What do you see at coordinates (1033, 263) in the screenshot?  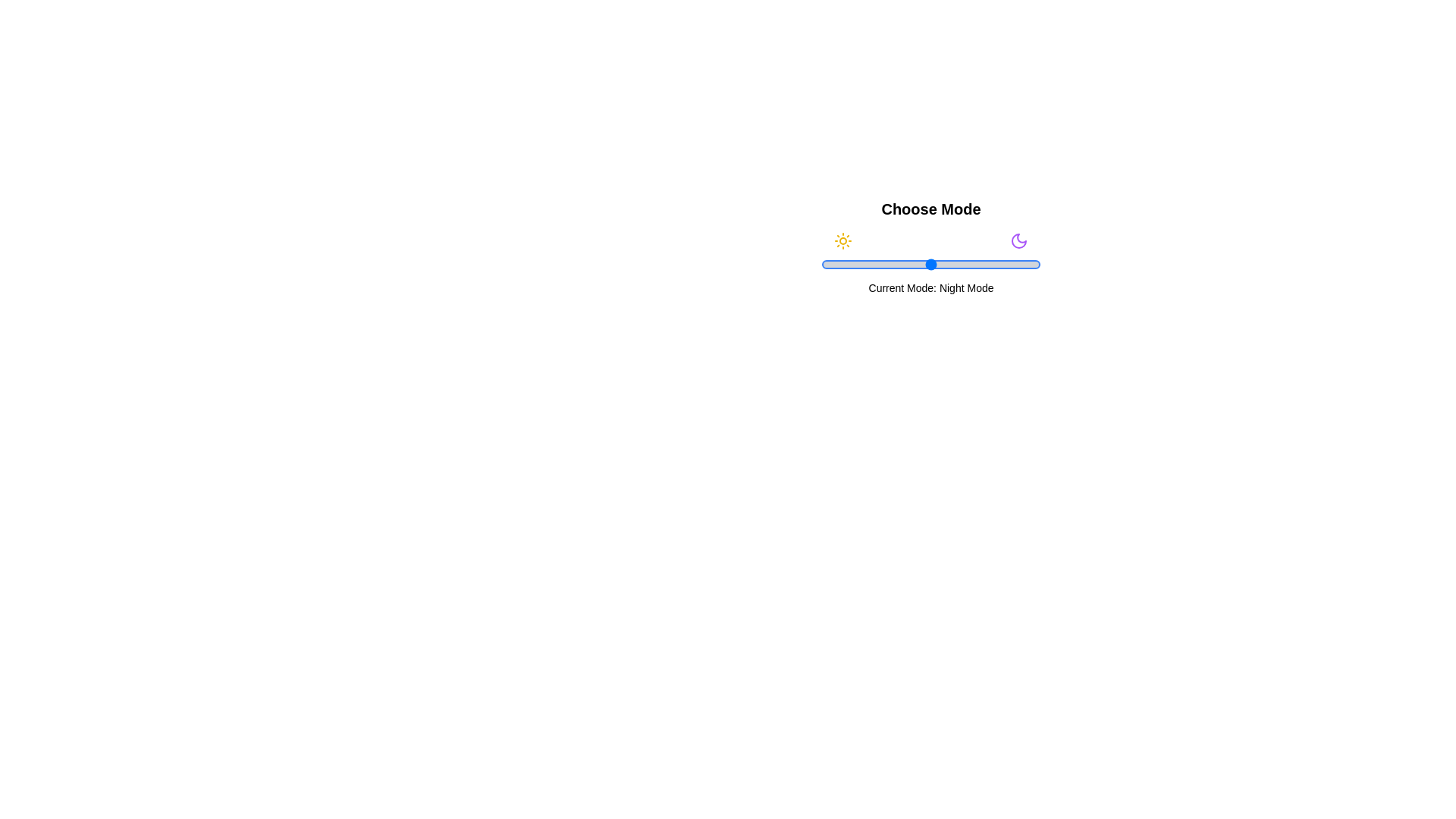 I see `the slider to 97% to set the mode` at bounding box center [1033, 263].